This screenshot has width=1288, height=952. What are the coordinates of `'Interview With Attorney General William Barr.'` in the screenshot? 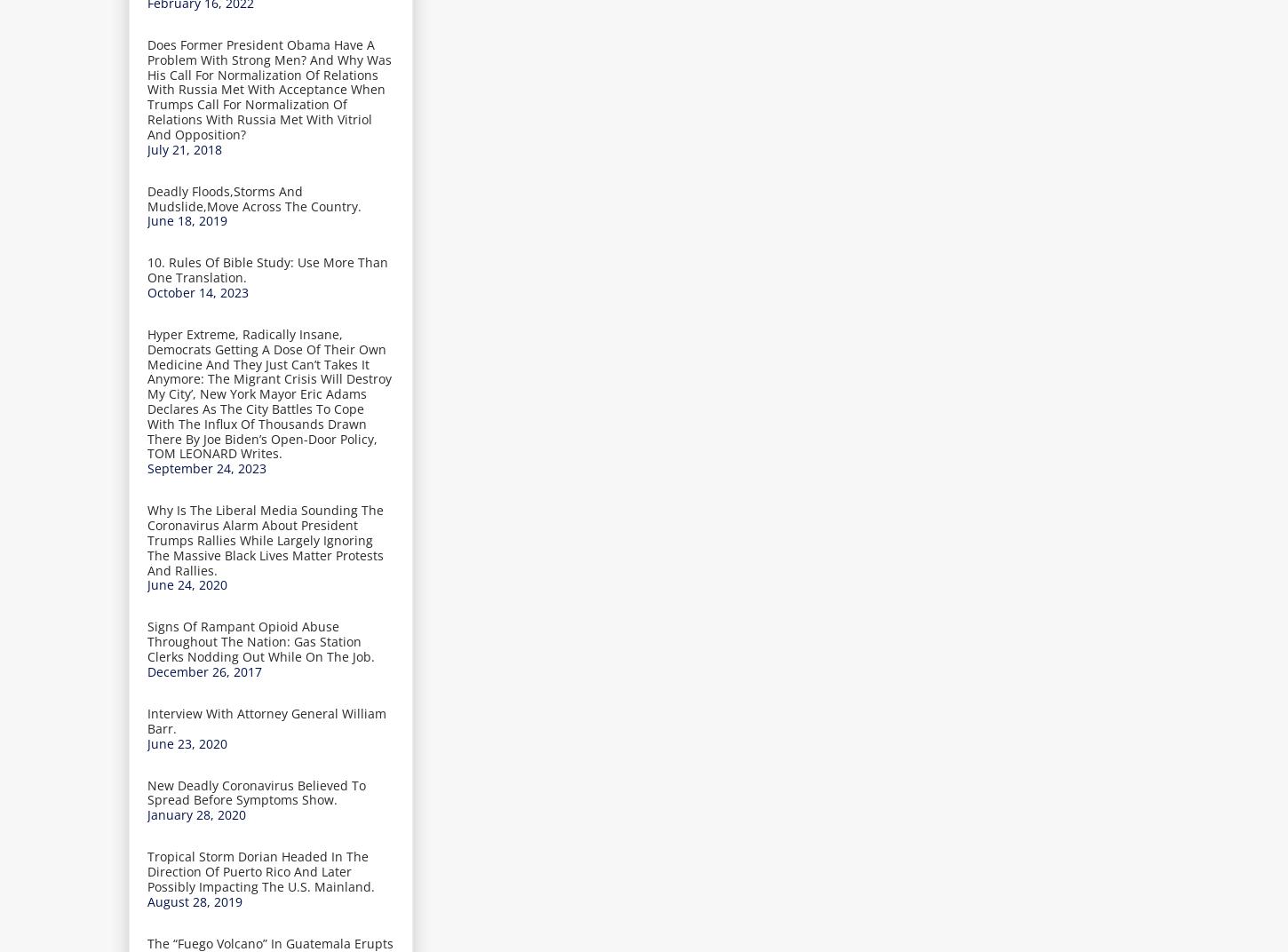 It's located at (266, 718).